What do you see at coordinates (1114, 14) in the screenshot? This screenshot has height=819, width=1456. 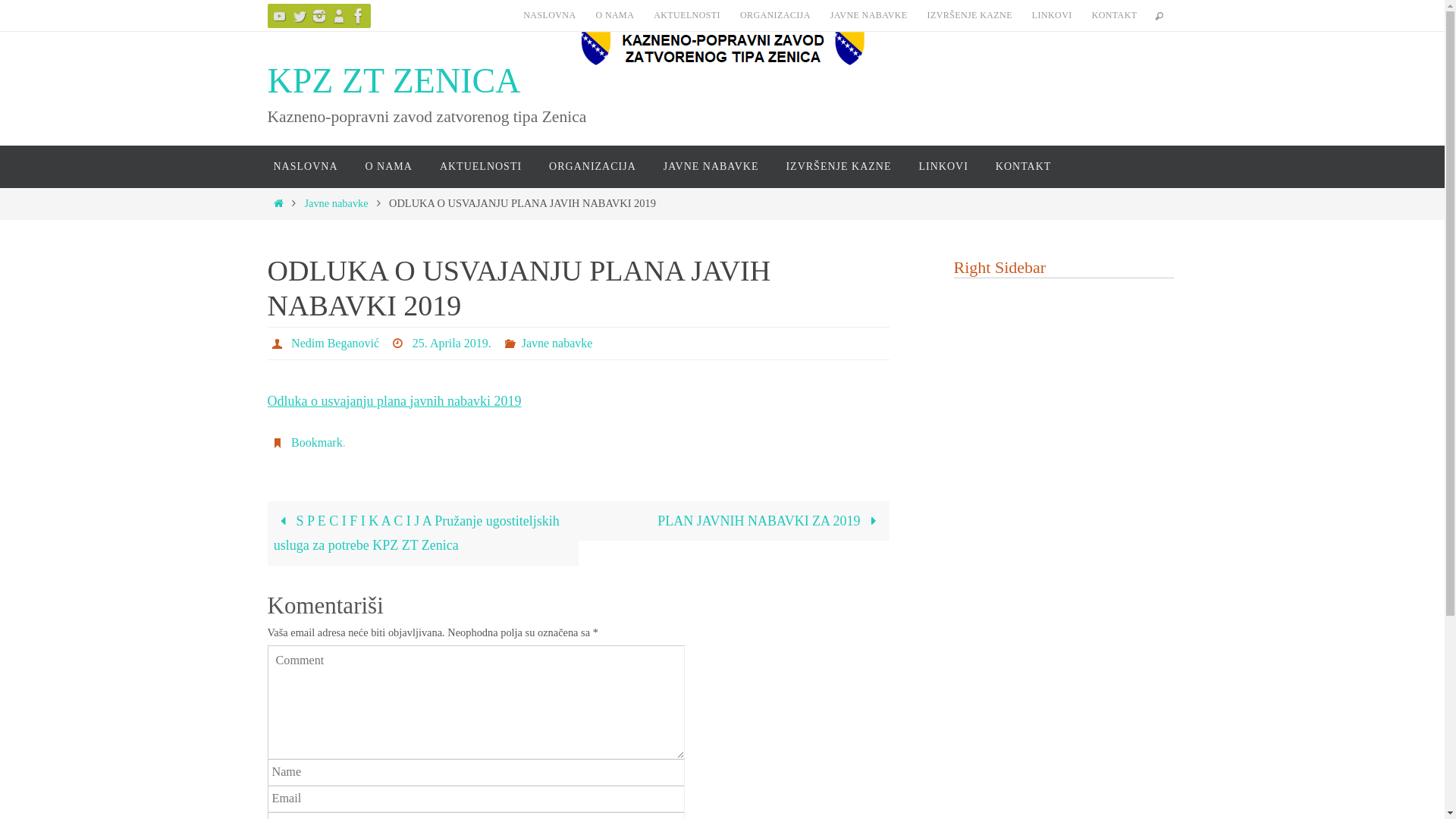 I see `'KONTAKT'` at bounding box center [1114, 14].